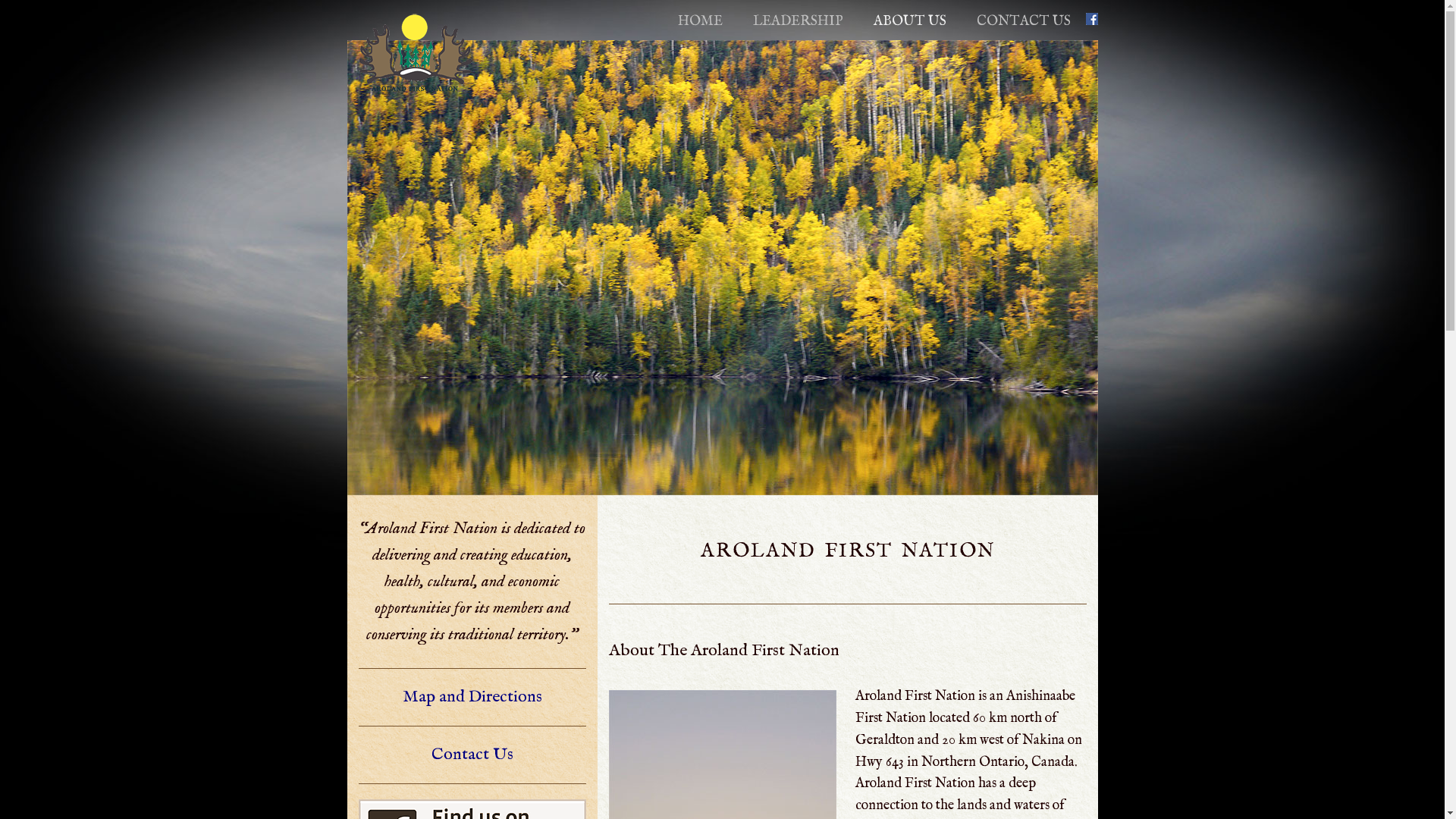 This screenshot has width=1456, height=819. What do you see at coordinates (796, 21) in the screenshot?
I see `'LEADERSHIP'` at bounding box center [796, 21].